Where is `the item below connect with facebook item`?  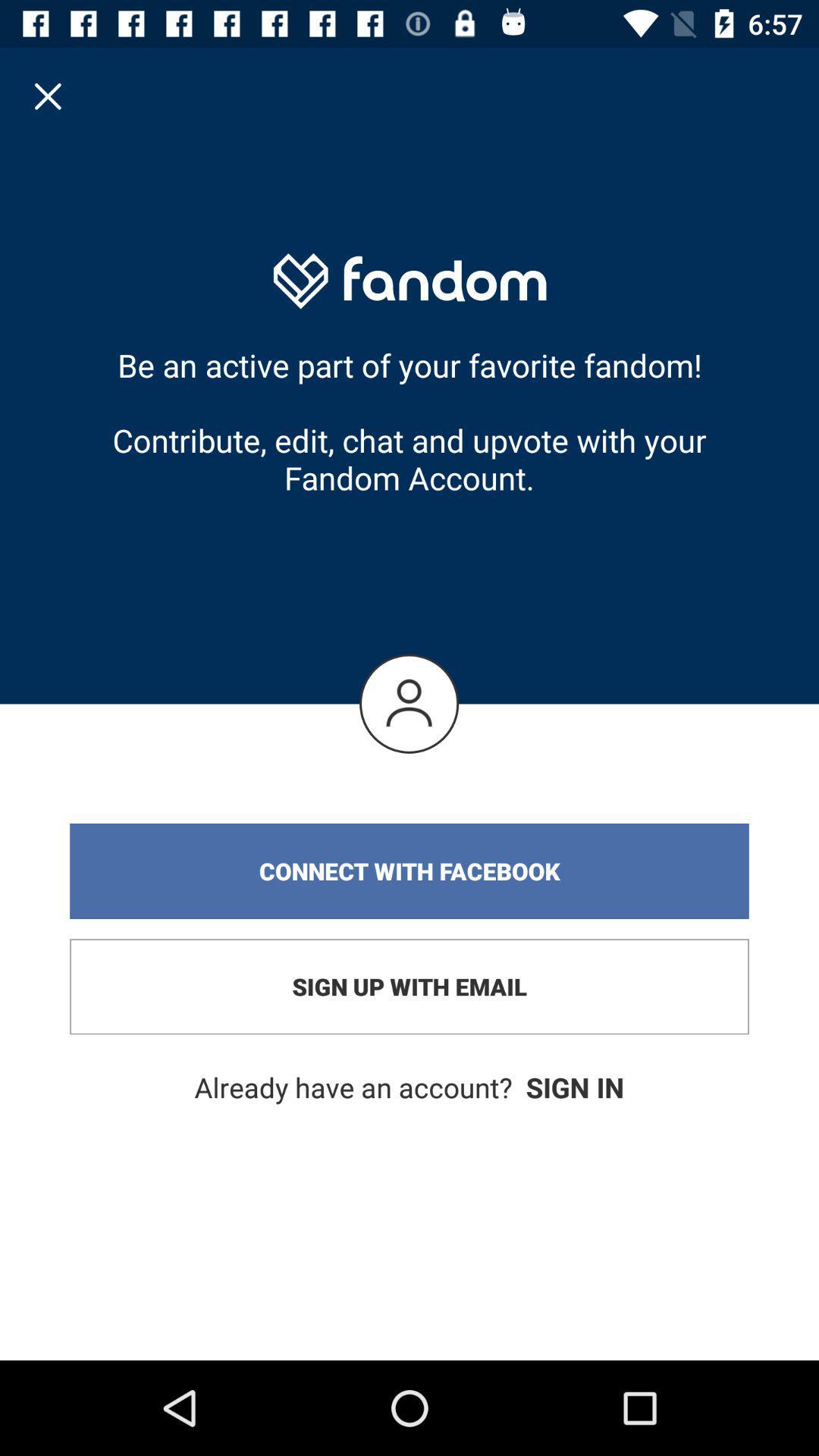
the item below connect with facebook item is located at coordinates (409, 987).